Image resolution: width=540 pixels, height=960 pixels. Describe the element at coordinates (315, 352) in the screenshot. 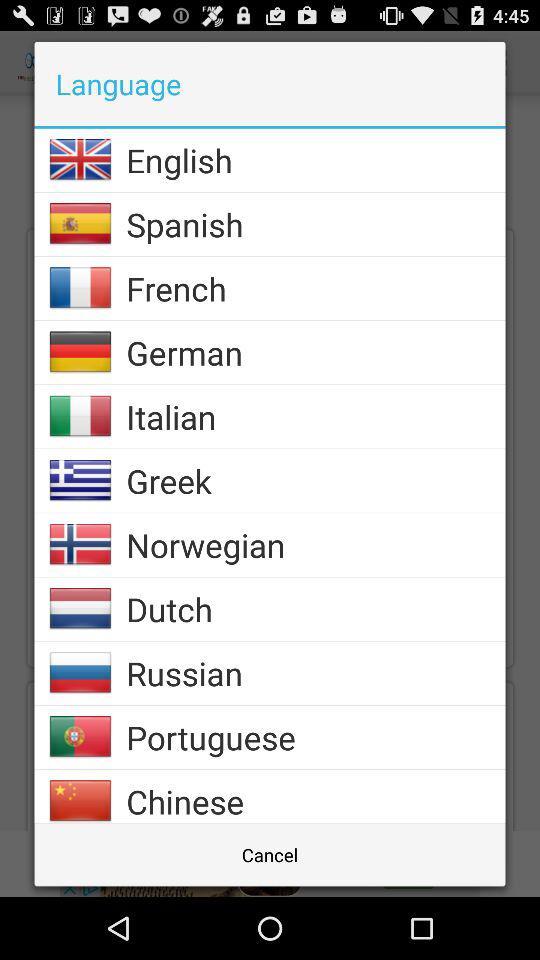

I see `icon above the italian item` at that location.